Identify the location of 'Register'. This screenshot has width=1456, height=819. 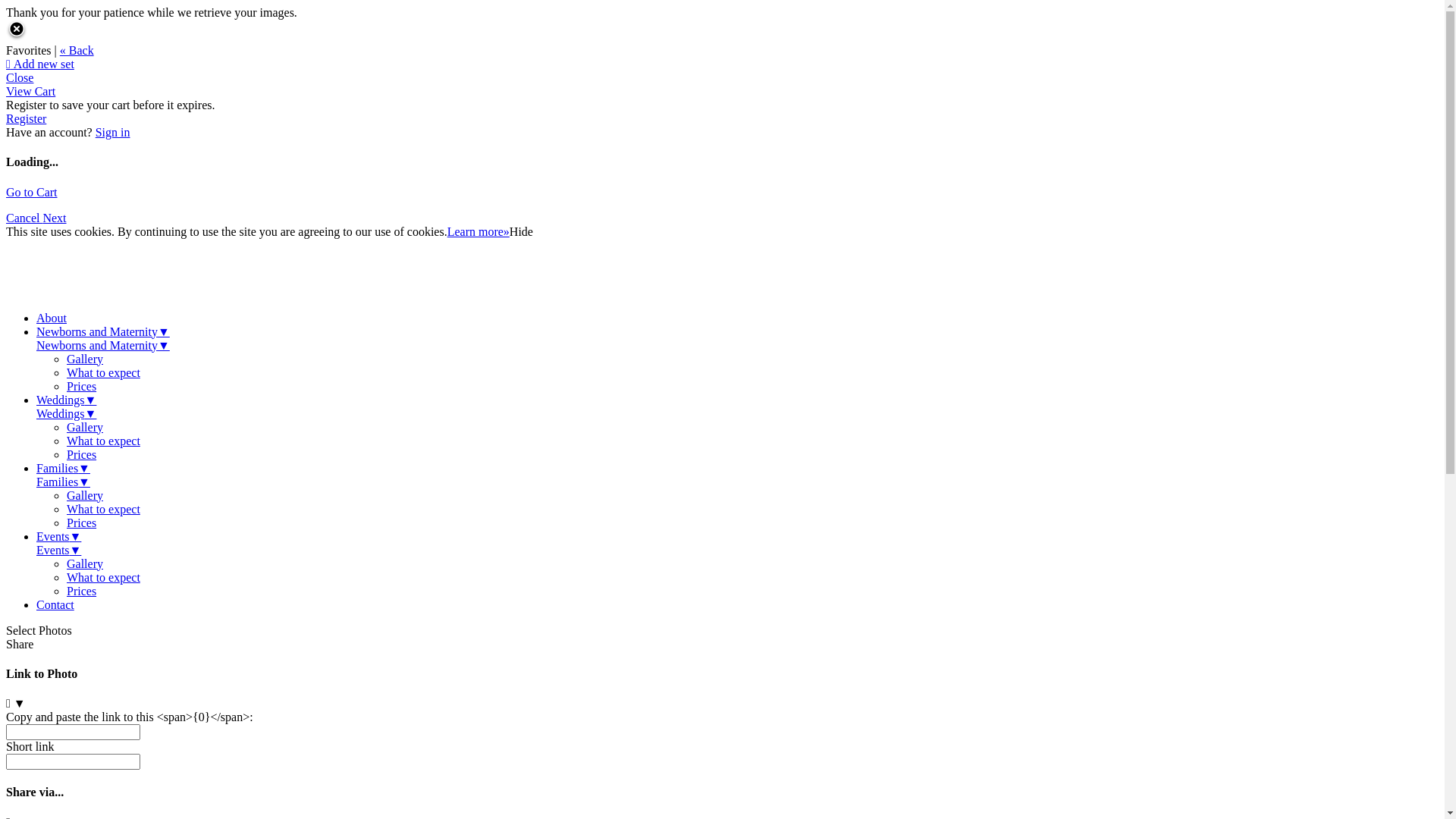
(6, 118).